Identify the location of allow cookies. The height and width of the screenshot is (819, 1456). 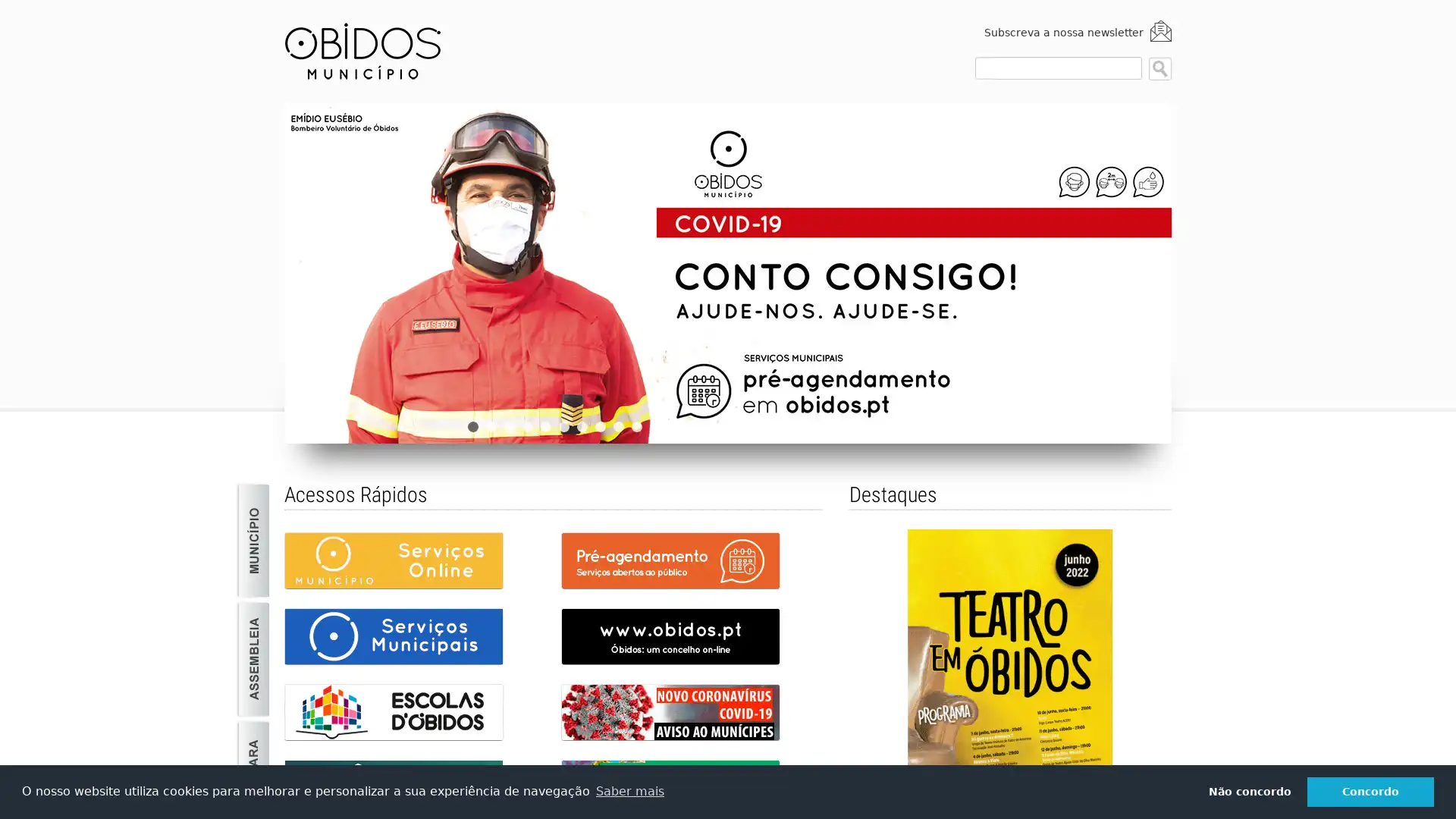
(1370, 791).